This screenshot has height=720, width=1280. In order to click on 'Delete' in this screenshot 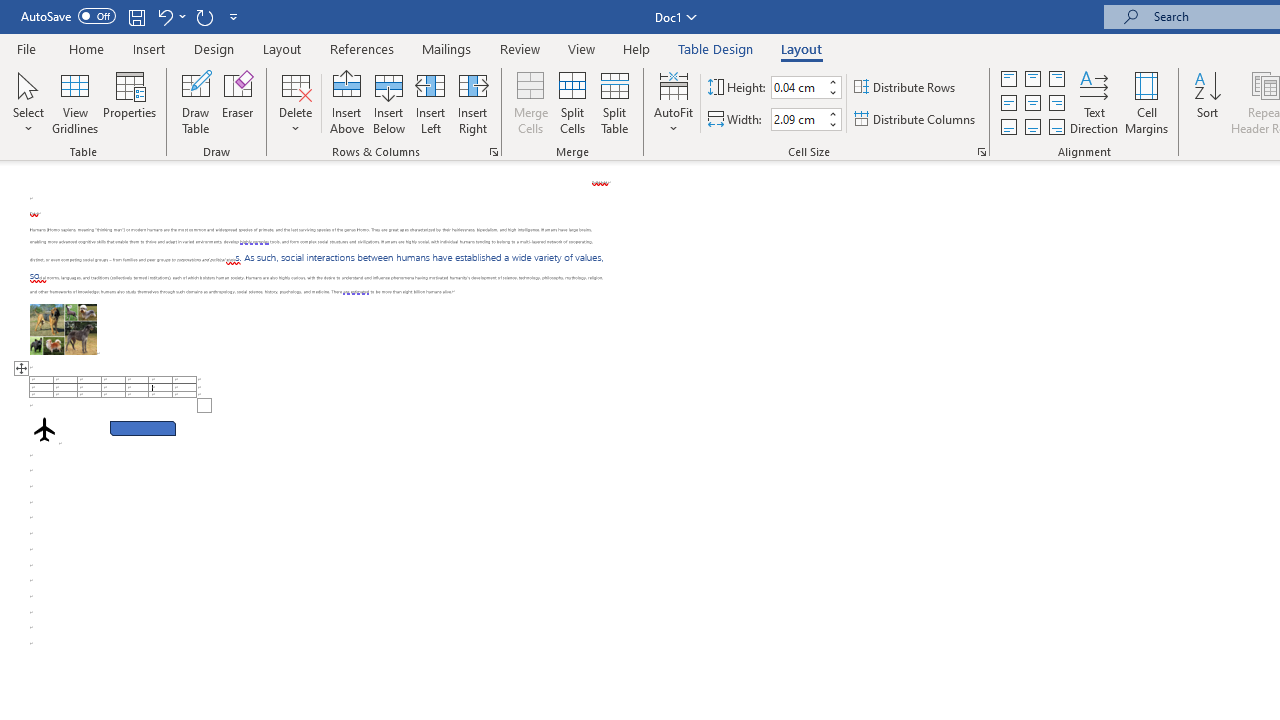, I will do `click(295, 103)`.